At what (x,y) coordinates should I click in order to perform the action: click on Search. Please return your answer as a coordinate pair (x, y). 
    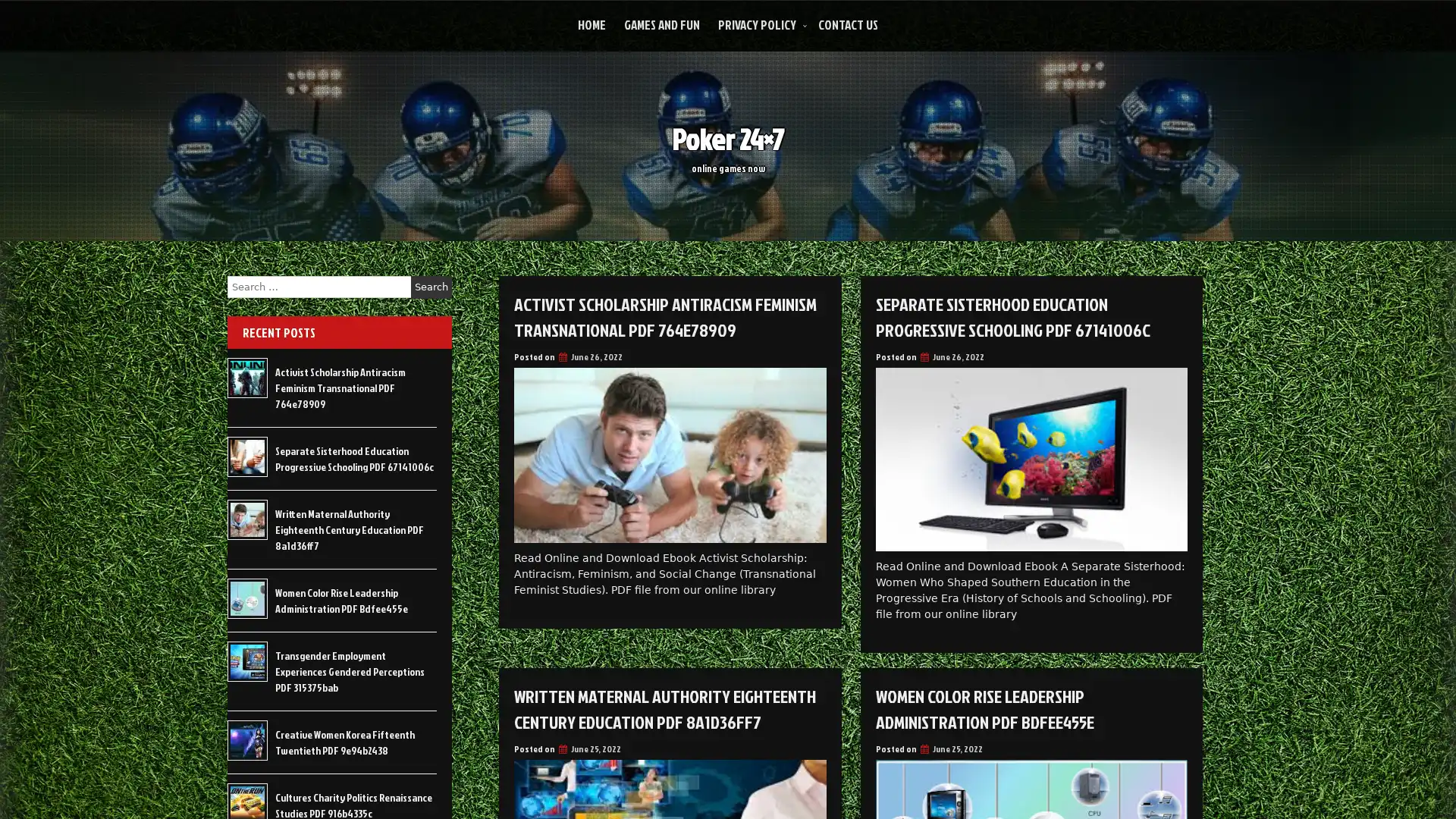
    Looking at the image, I should click on (431, 287).